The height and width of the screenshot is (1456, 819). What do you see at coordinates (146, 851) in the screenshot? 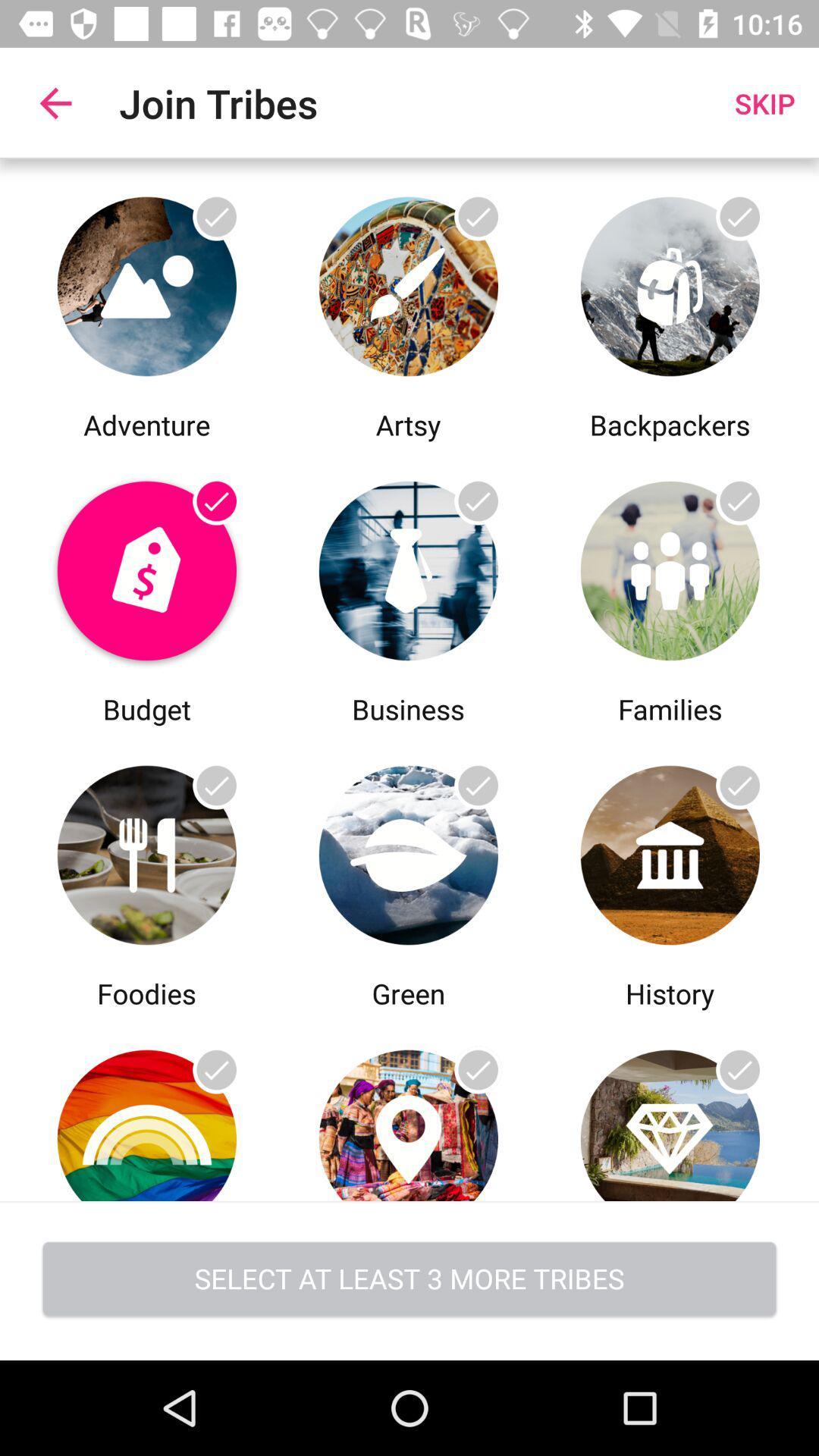
I see `click on the foodies option` at bounding box center [146, 851].